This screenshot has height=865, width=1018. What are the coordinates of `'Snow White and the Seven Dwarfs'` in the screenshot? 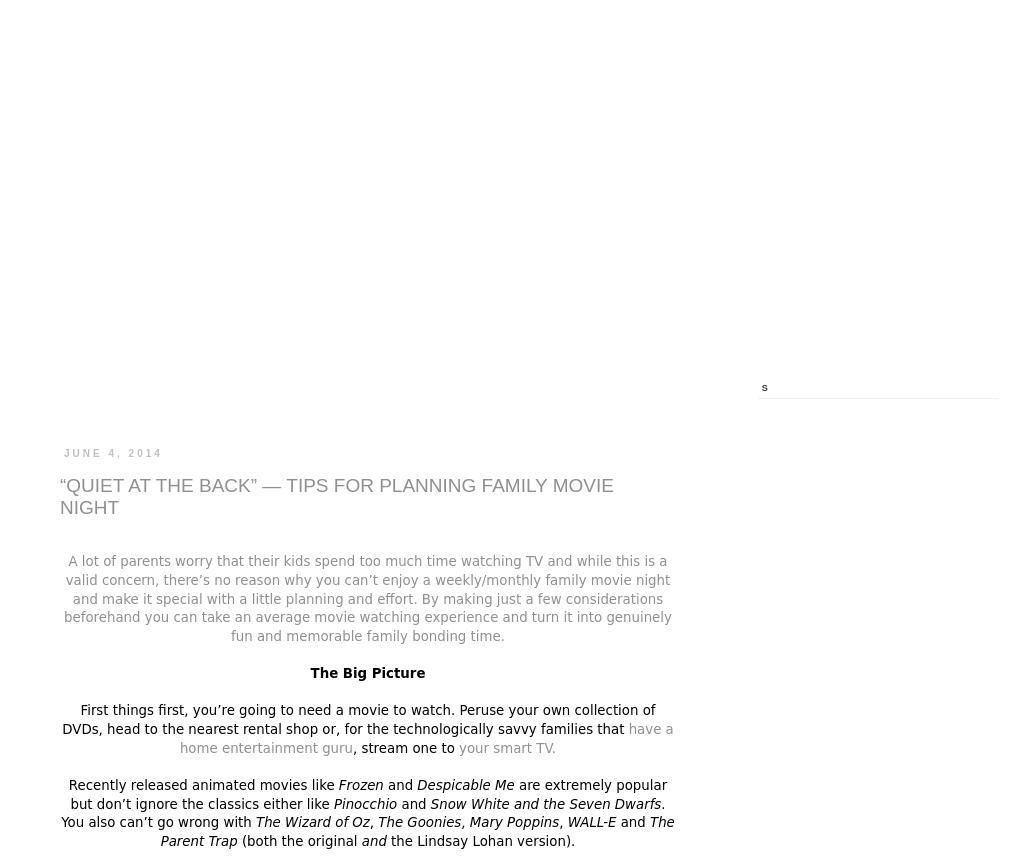 It's located at (544, 802).